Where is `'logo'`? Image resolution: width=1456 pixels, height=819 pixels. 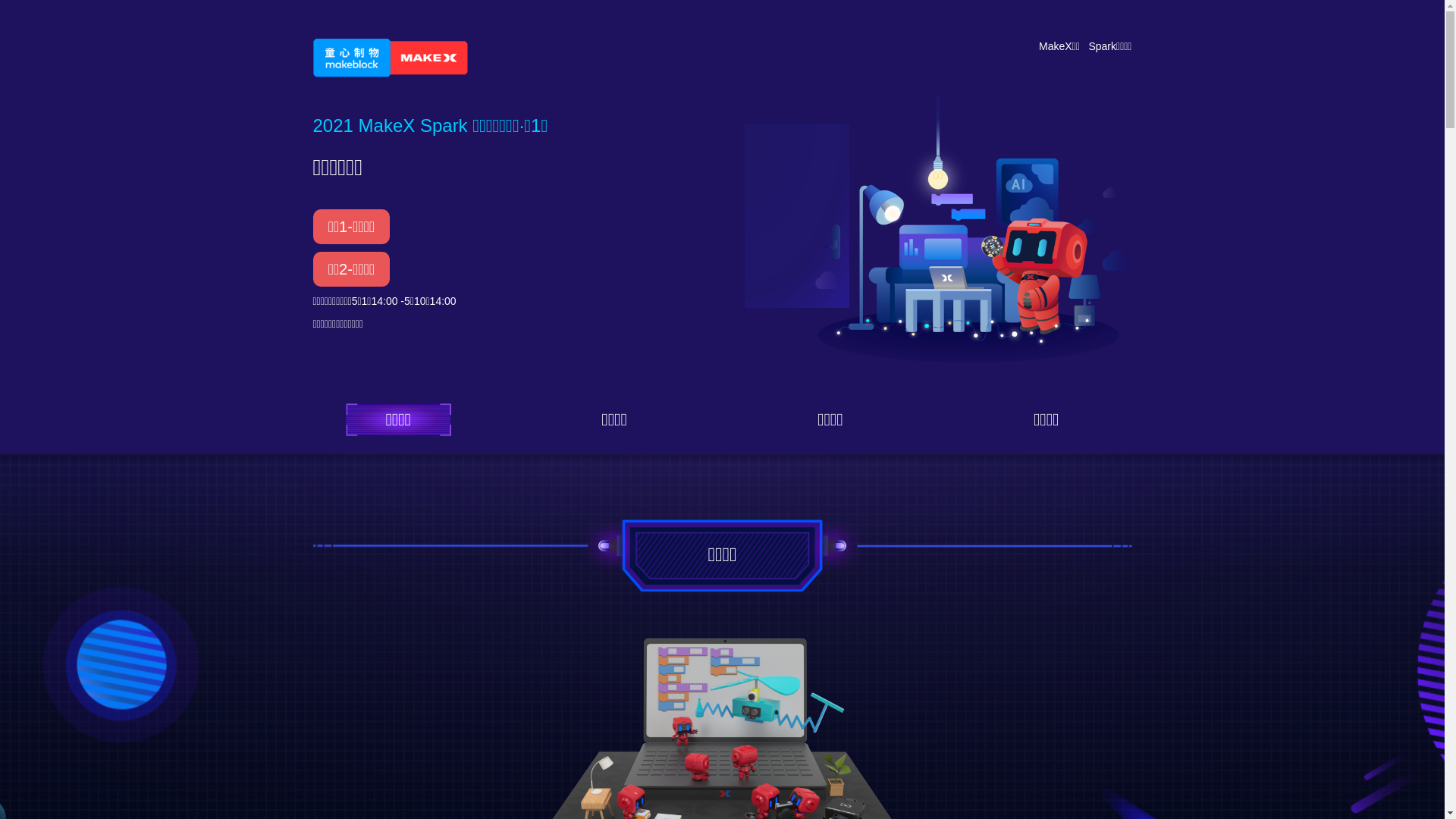 'logo' is located at coordinates (389, 57).